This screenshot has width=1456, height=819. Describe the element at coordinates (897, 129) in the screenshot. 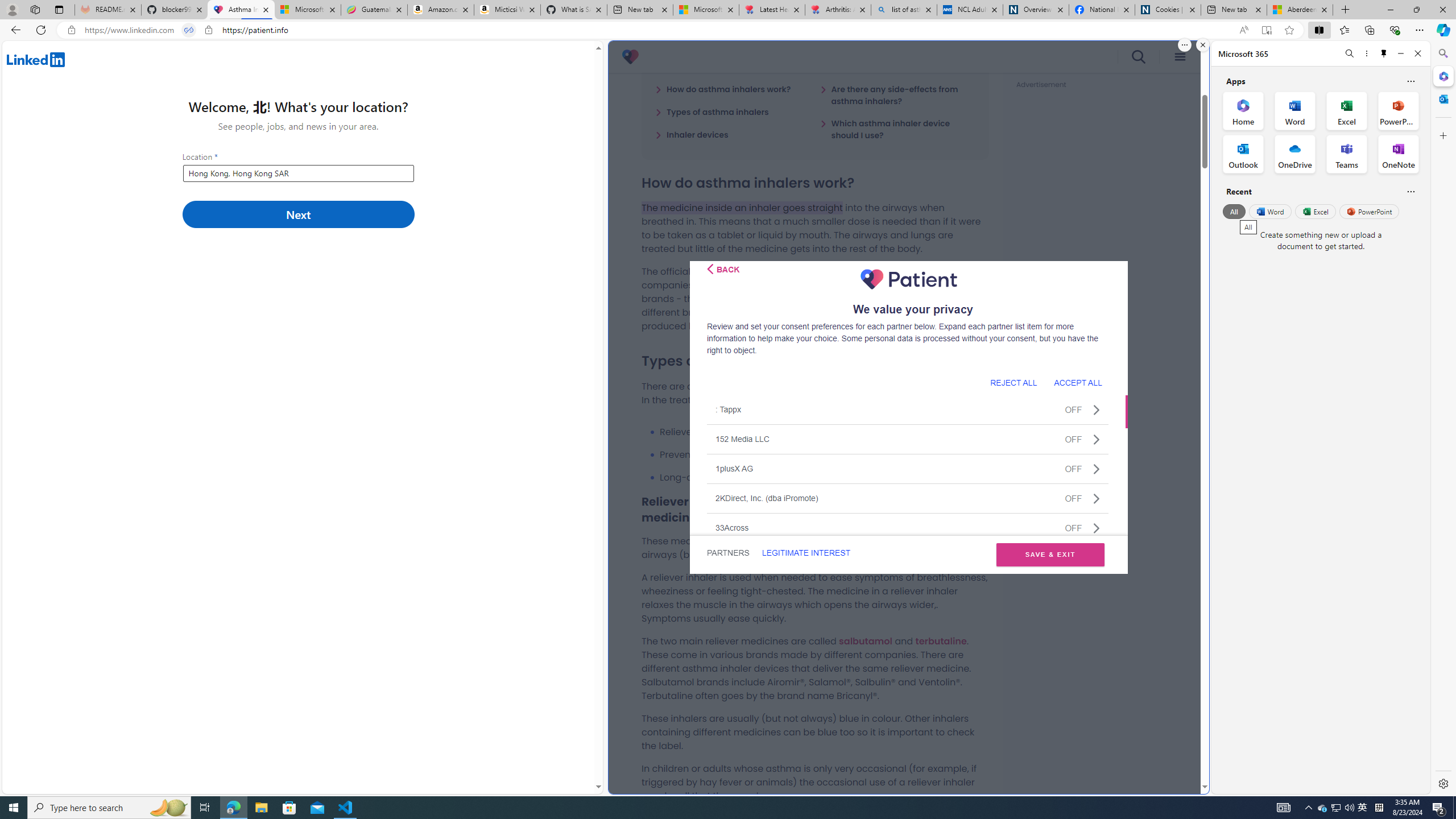

I see `'Which asthma inhaler device should I use?'` at that location.